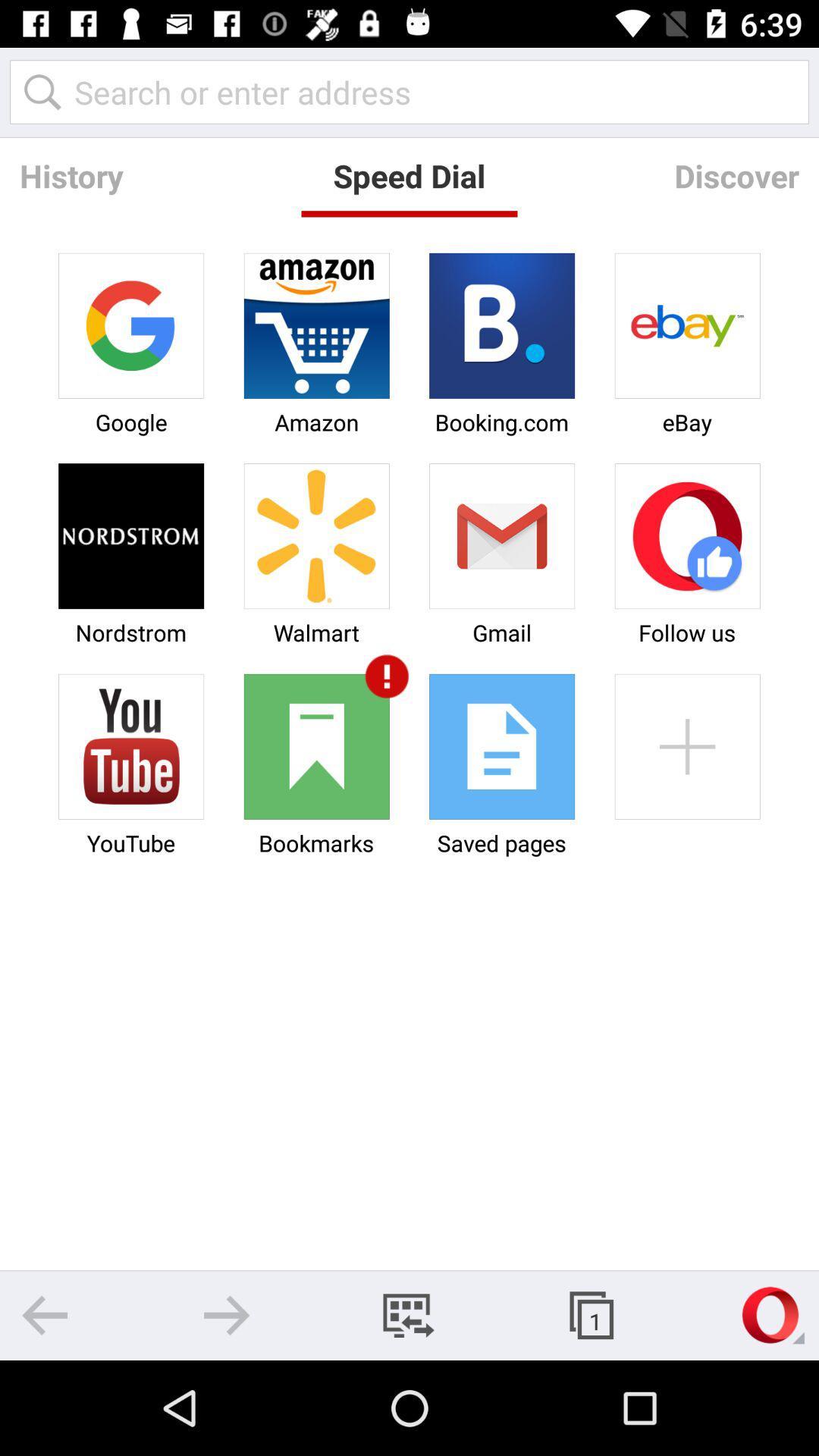  I want to click on the arrow_backward icon, so click(44, 1314).